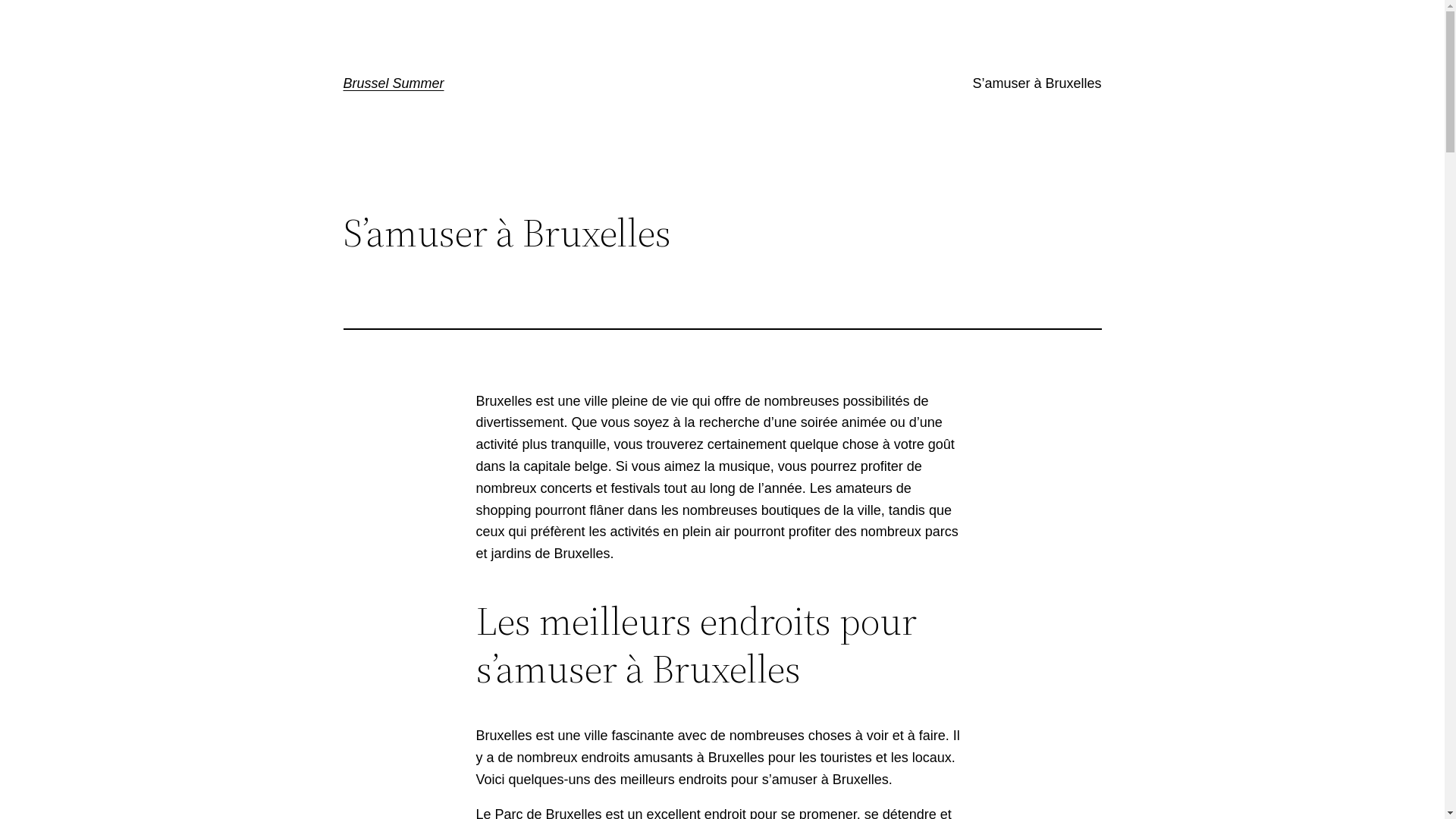 The height and width of the screenshot is (819, 1456). What do you see at coordinates (393, 83) in the screenshot?
I see `'Brussel Summer'` at bounding box center [393, 83].